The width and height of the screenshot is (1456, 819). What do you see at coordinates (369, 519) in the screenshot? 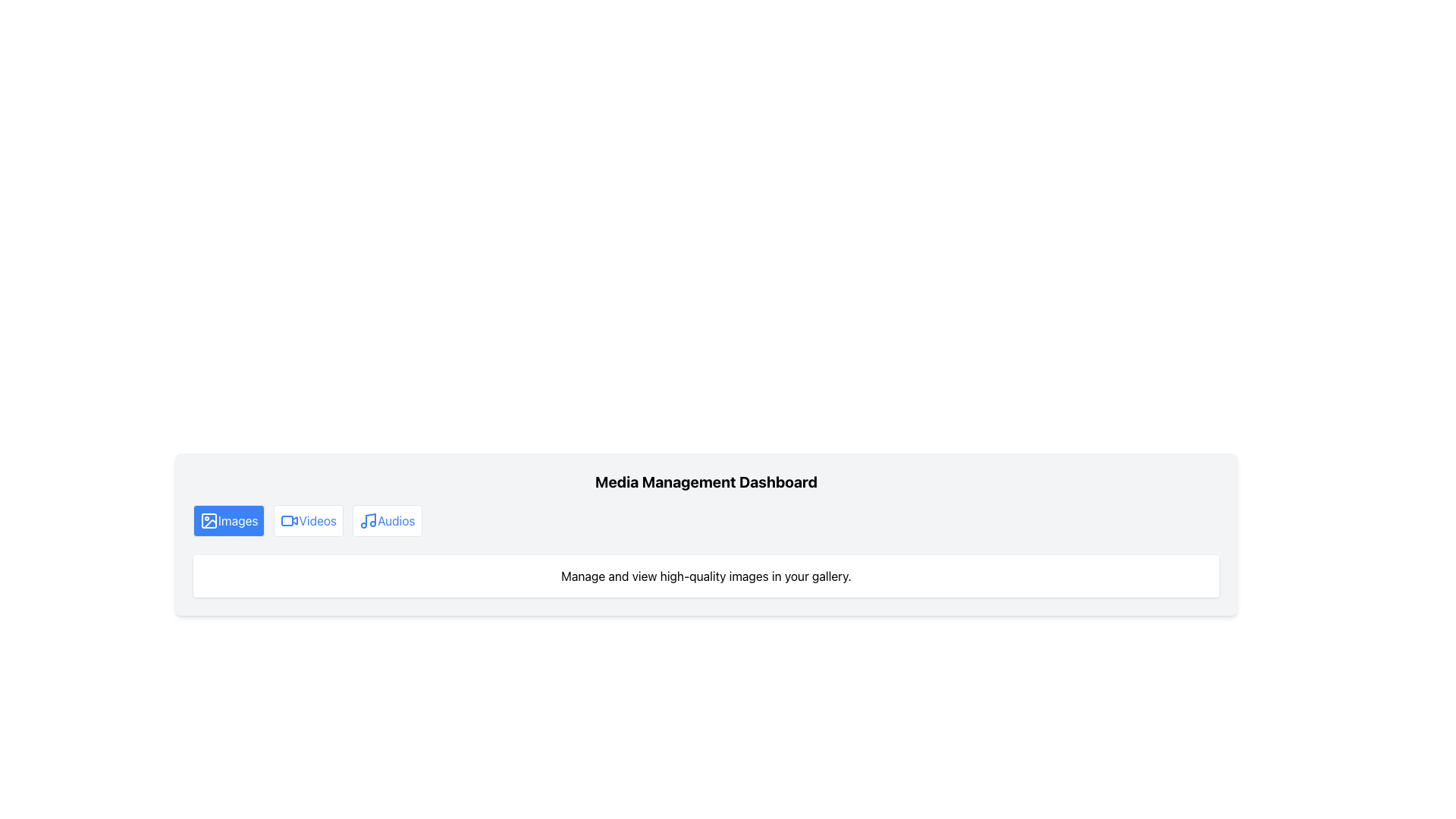
I see `the music note icon within the 'Audios' button` at bounding box center [369, 519].